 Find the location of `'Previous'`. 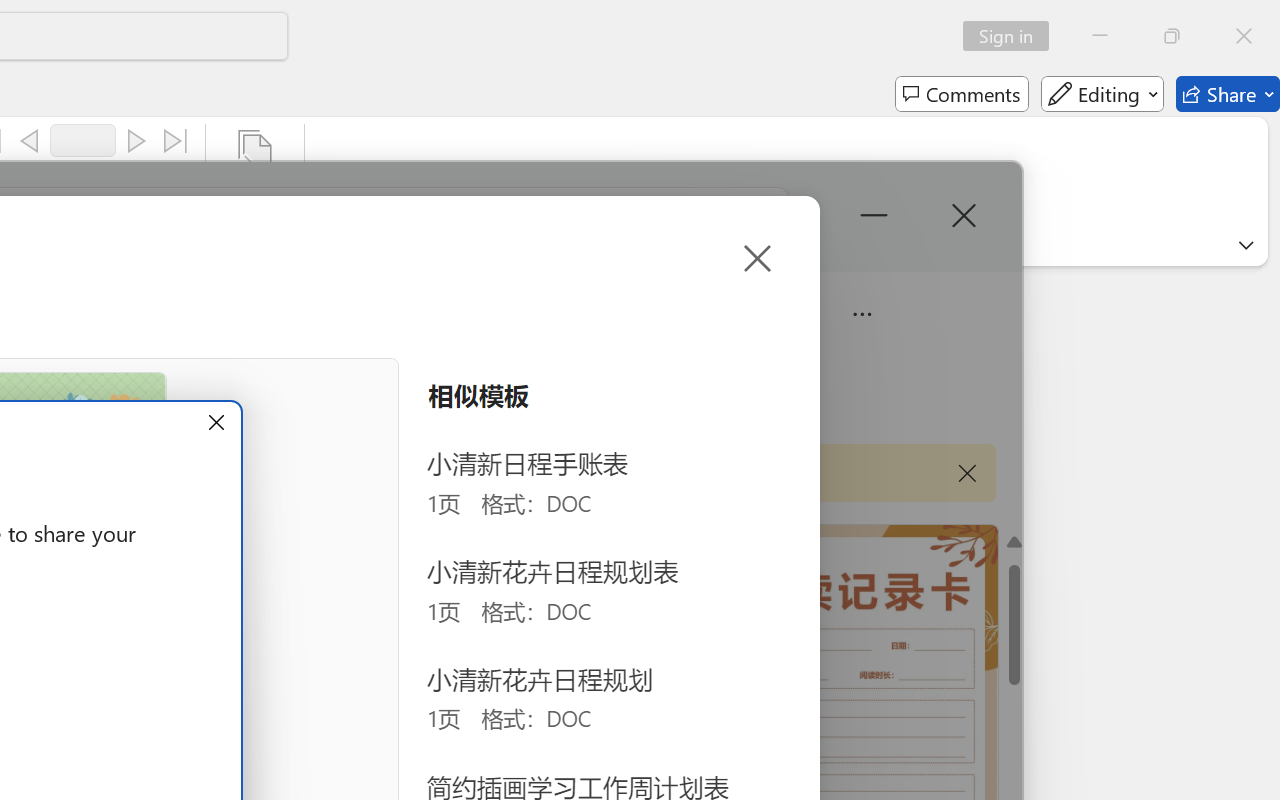

'Previous' is located at coordinates (29, 141).